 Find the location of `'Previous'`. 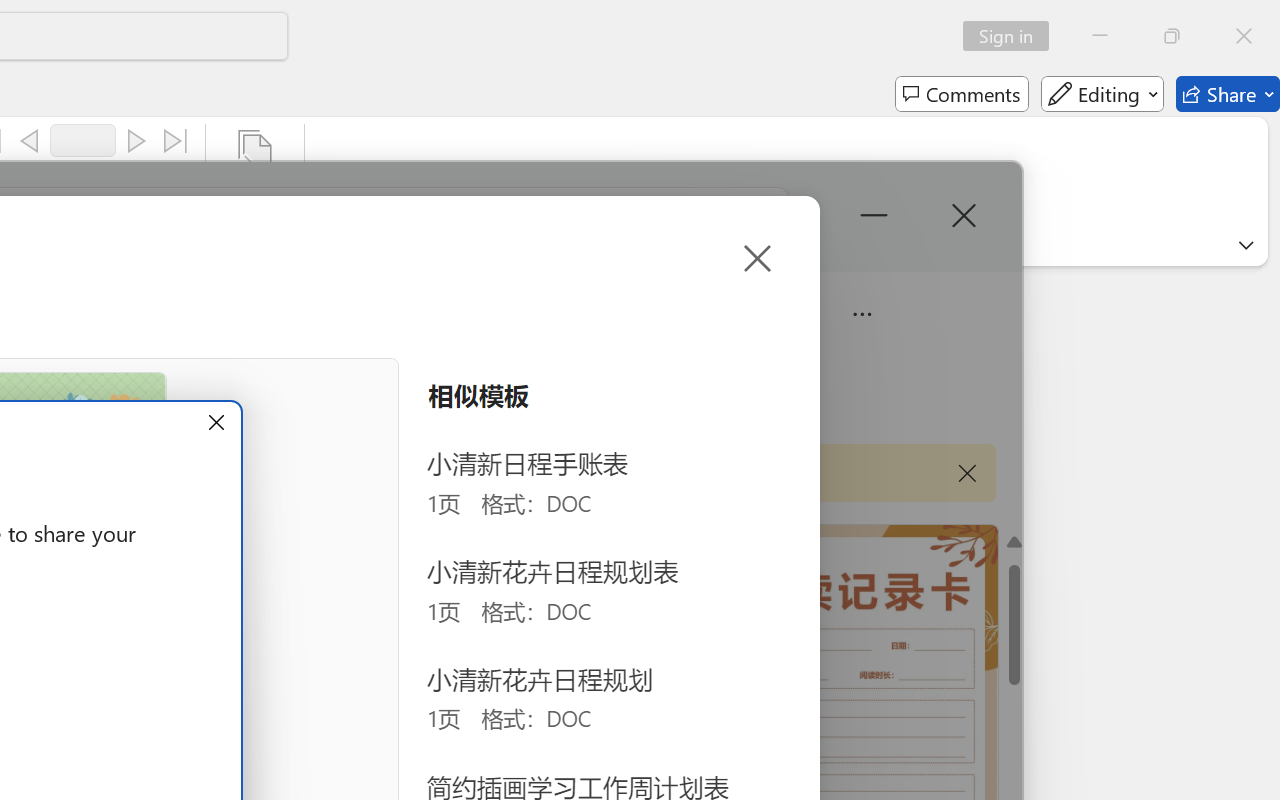

'Previous' is located at coordinates (29, 141).